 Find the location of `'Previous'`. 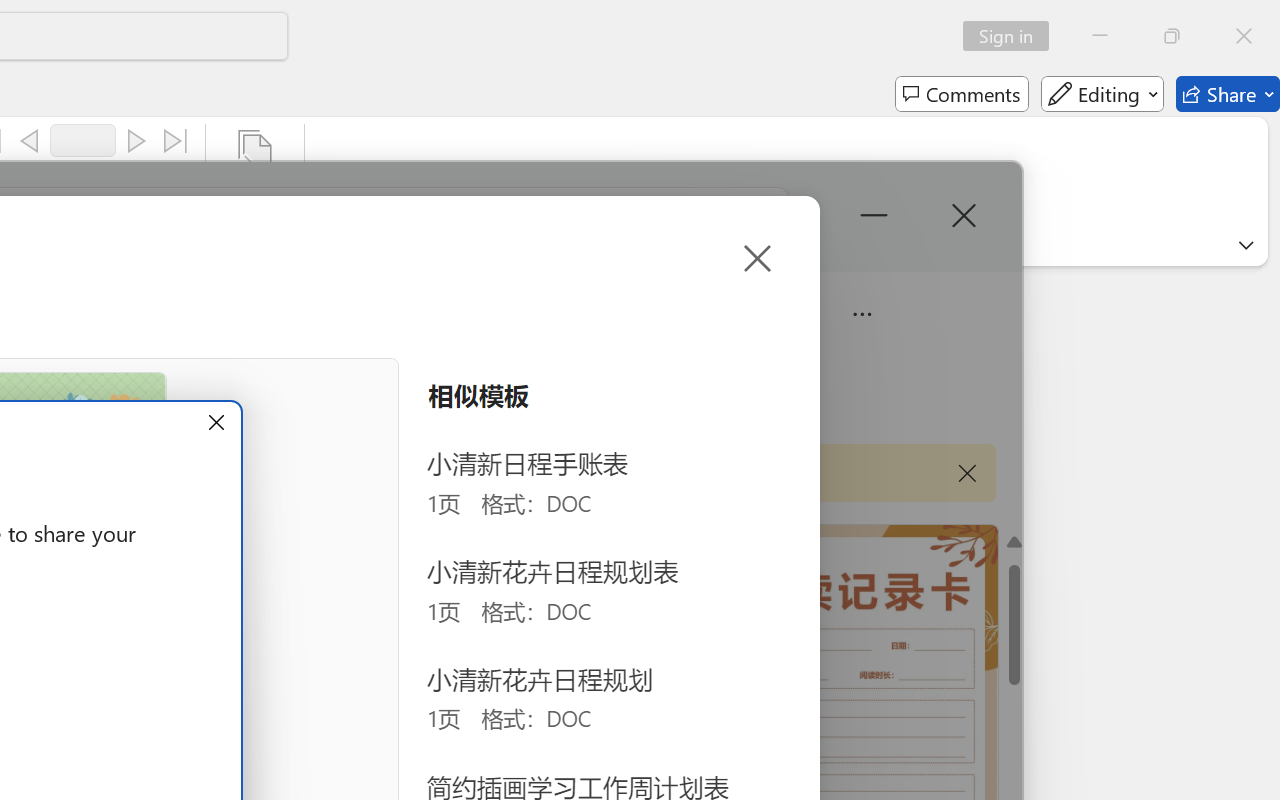

'Previous' is located at coordinates (29, 141).